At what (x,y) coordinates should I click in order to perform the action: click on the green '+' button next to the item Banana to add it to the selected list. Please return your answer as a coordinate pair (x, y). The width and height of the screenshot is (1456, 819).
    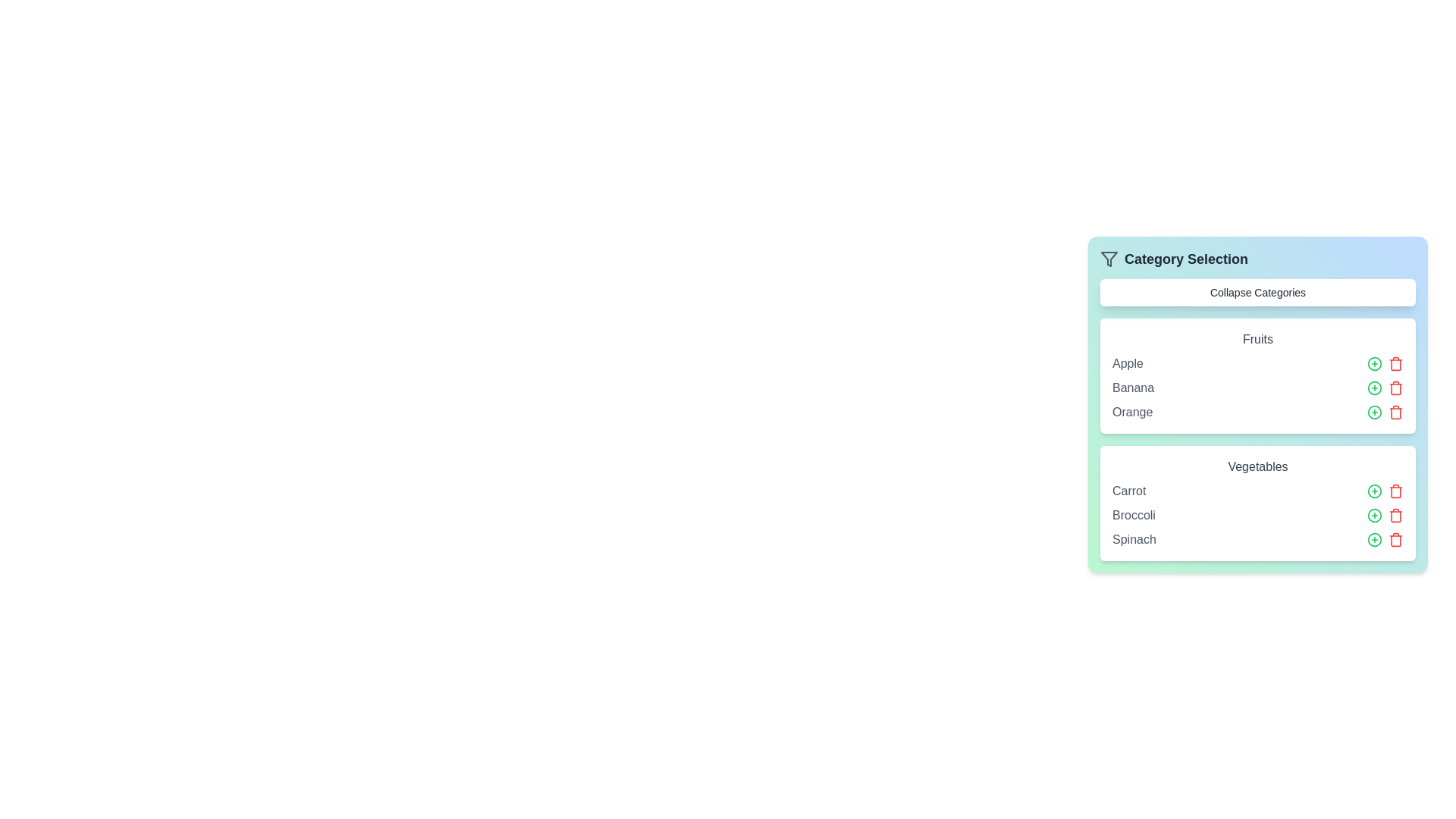
    Looking at the image, I should click on (1375, 388).